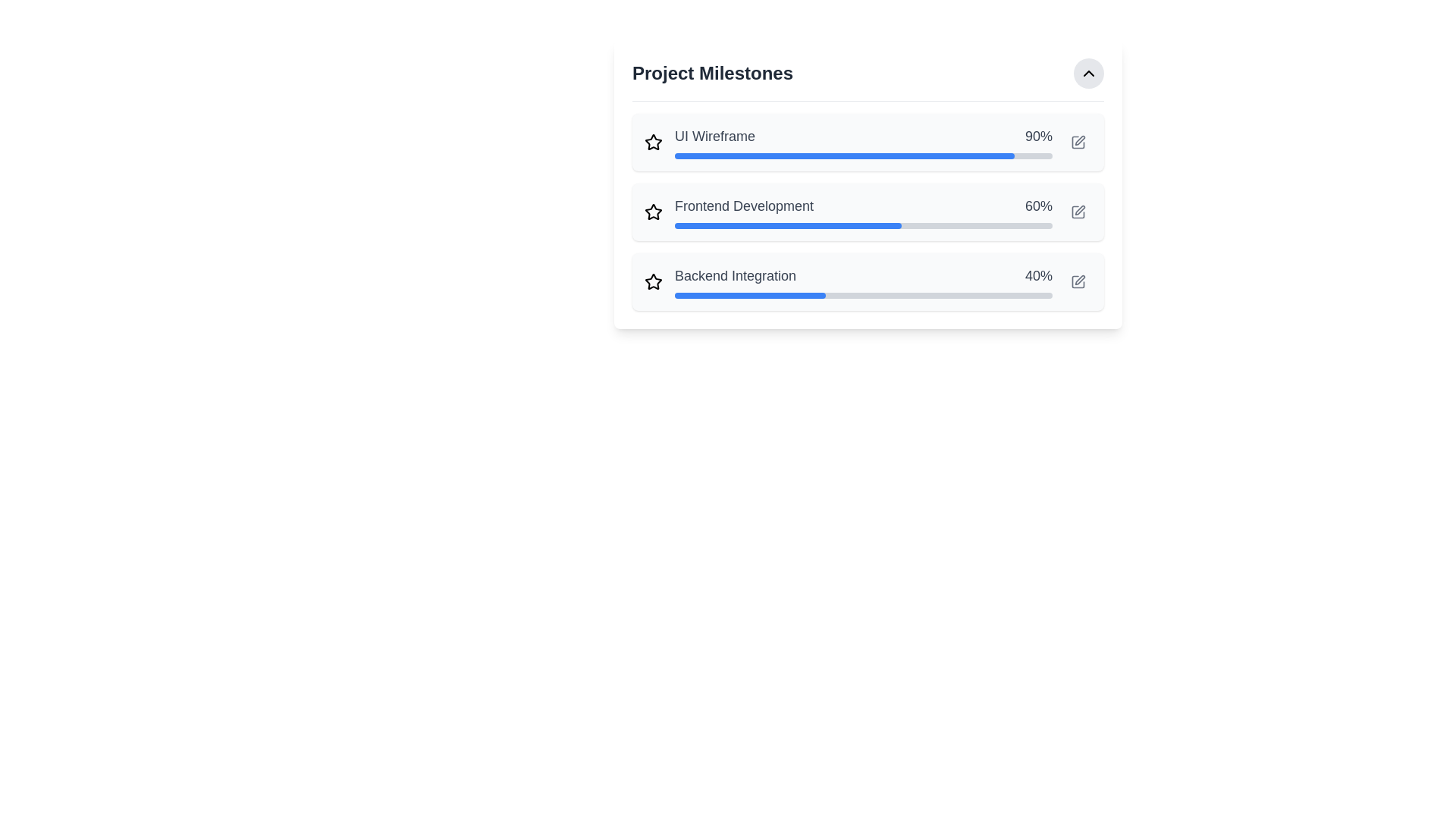 This screenshot has width=1456, height=819. What do you see at coordinates (868, 281) in the screenshot?
I see `the progress bar in the progress card titled 'Backend Integration'` at bounding box center [868, 281].